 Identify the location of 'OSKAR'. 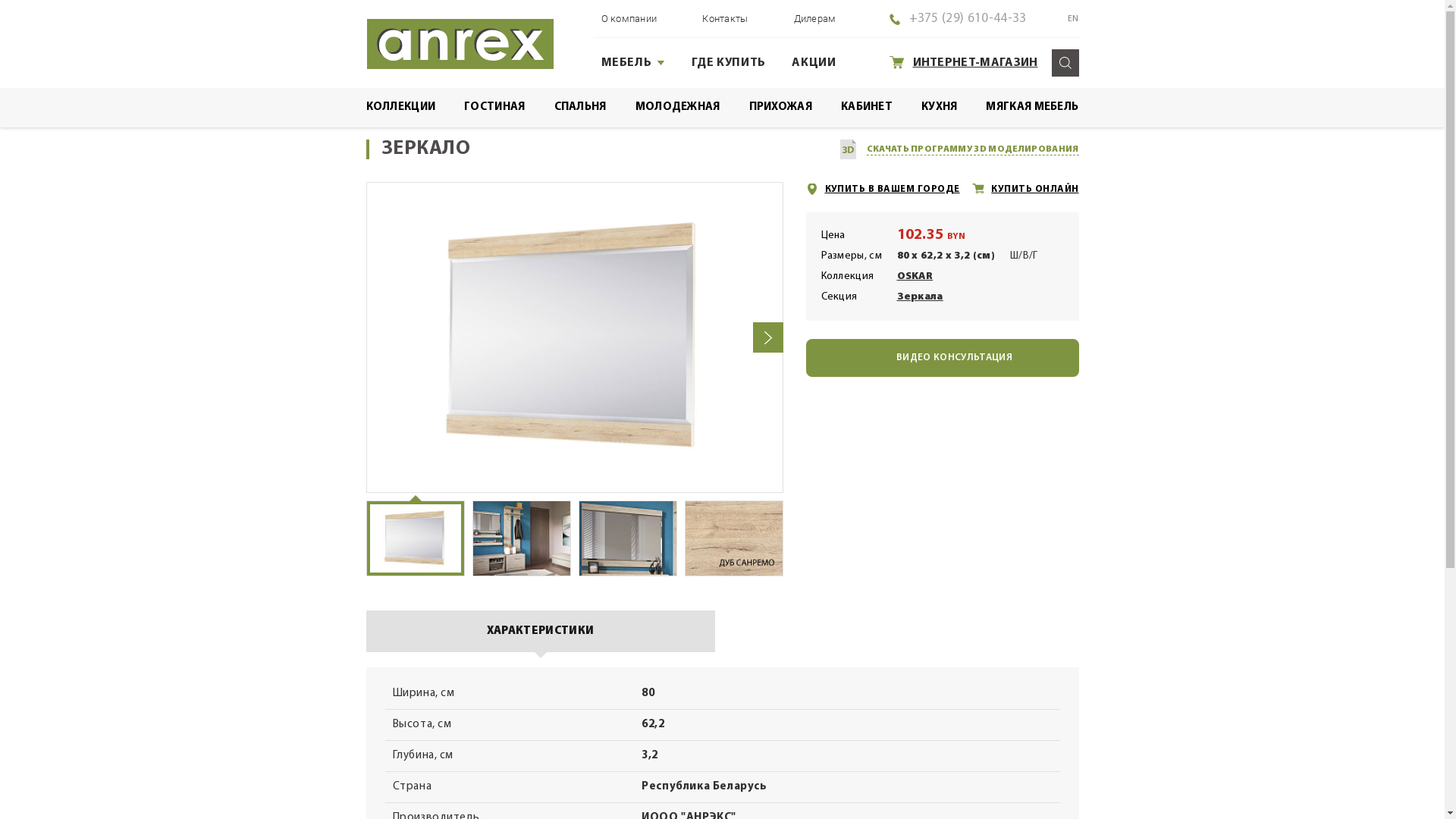
(896, 277).